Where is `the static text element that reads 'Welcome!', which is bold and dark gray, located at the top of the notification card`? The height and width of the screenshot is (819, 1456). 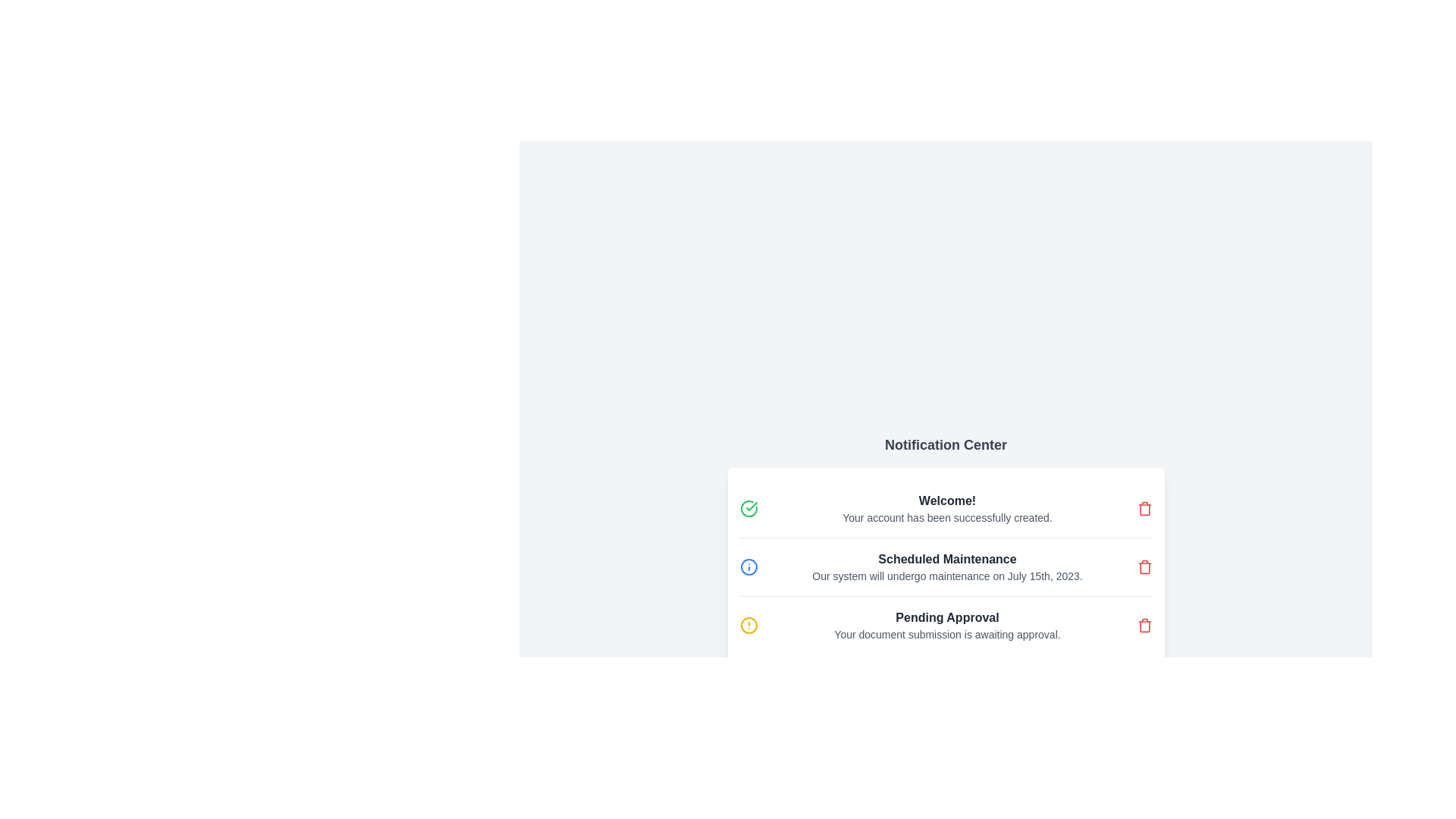
the static text element that reads 'Welcome!', which is bold and dark gray, located at the top of the notification card is located at coordinates (946, 500).